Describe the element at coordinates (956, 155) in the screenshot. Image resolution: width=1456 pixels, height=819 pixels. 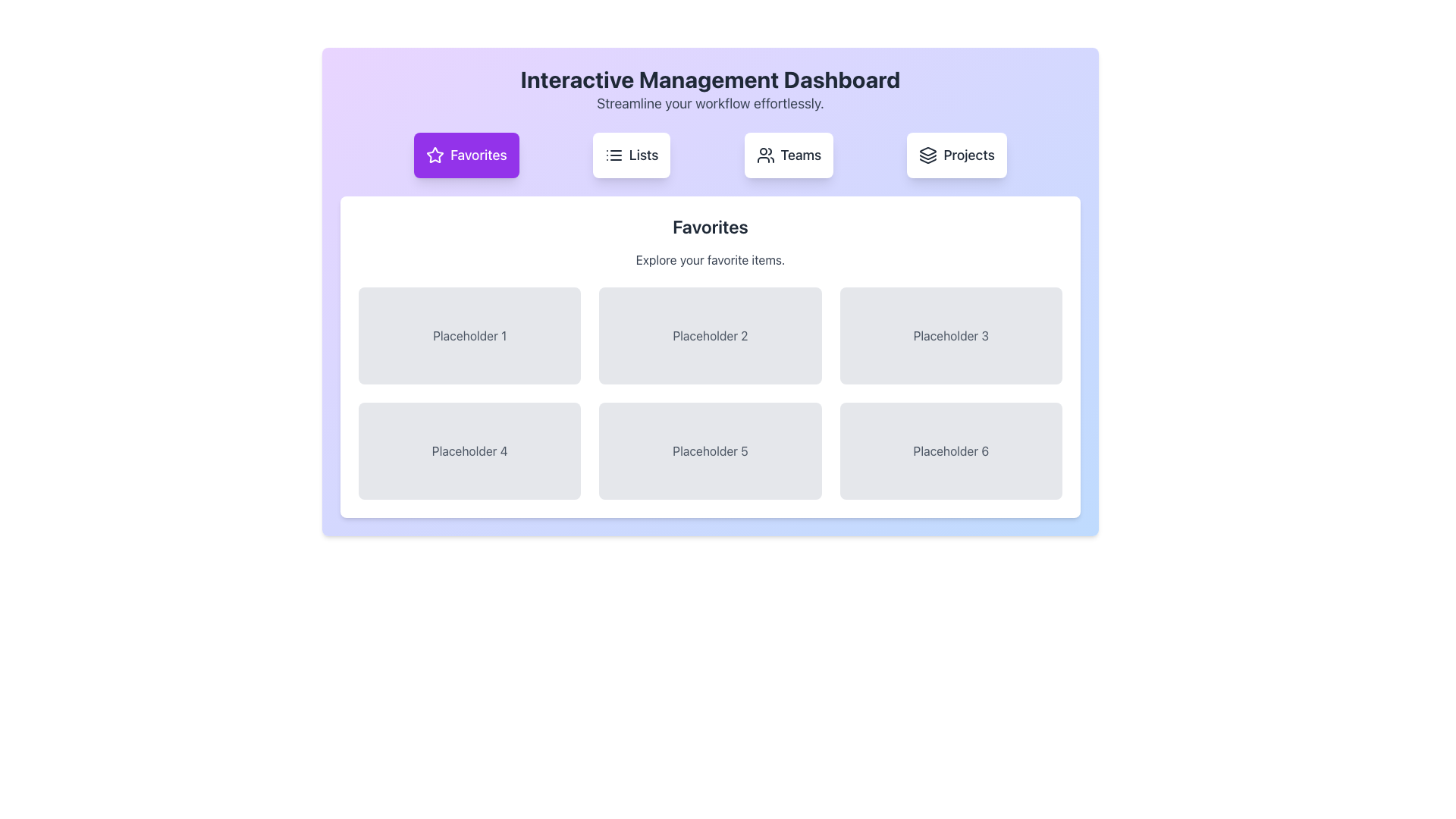
I see `the Projects button, which is the fourth item in a horizontal list of buttons near the top center of the interface, located to the right of the Teams button` at that location.